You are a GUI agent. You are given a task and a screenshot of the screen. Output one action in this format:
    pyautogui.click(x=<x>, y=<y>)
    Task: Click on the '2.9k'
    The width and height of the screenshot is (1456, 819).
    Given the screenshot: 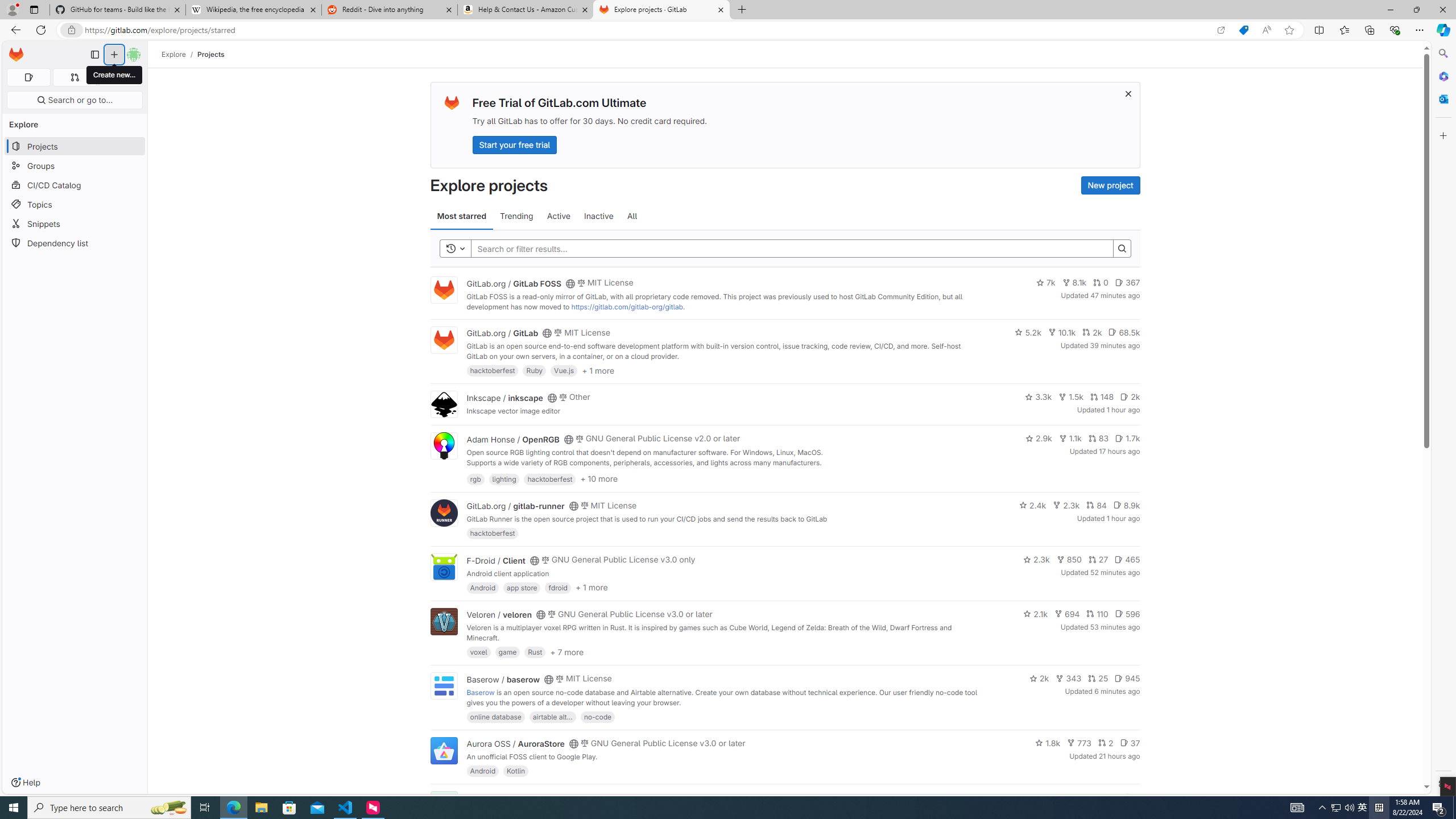 What is the action you would take?
    pyautogui.click(x=1039, y=438)
    